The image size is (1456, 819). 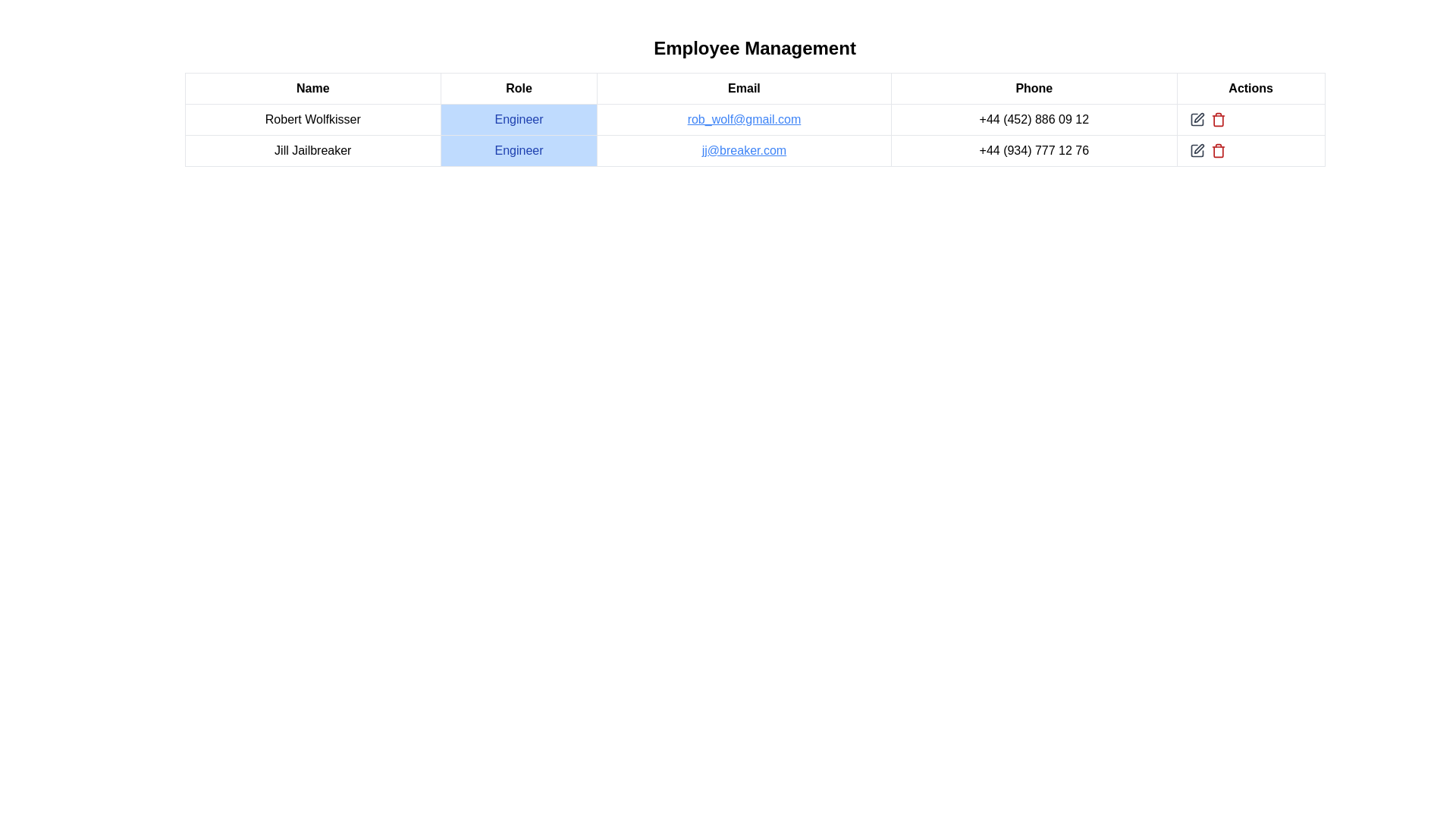 I want to click on the text label identifying the role 'Engineer' in the second column of the first row in the table, so click(x=519, y=119).